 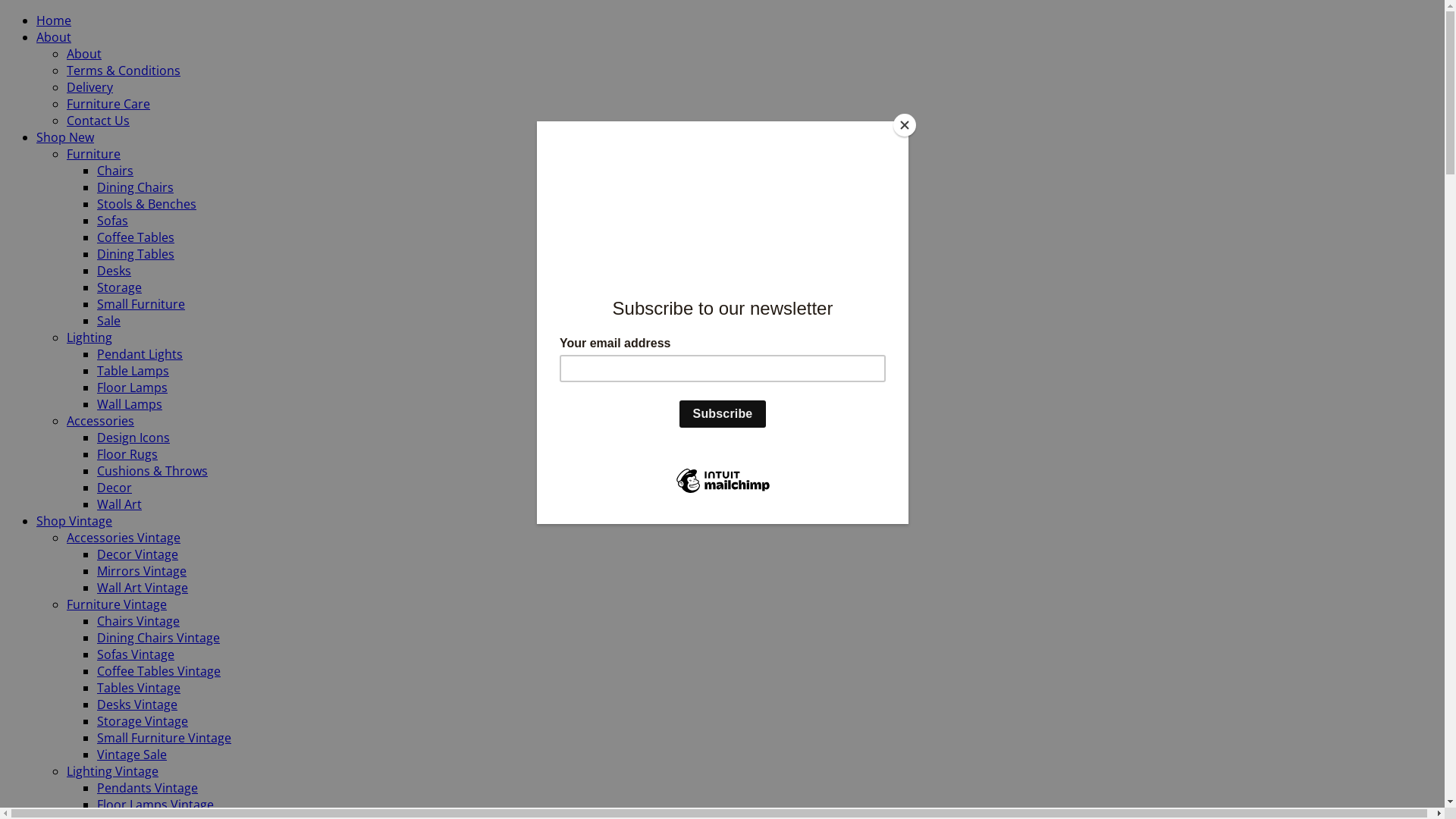 What do you see at coordinates (96, 687) in the screenshot?
I see `'Tables Vintage'` at bounding box center [96, 687].